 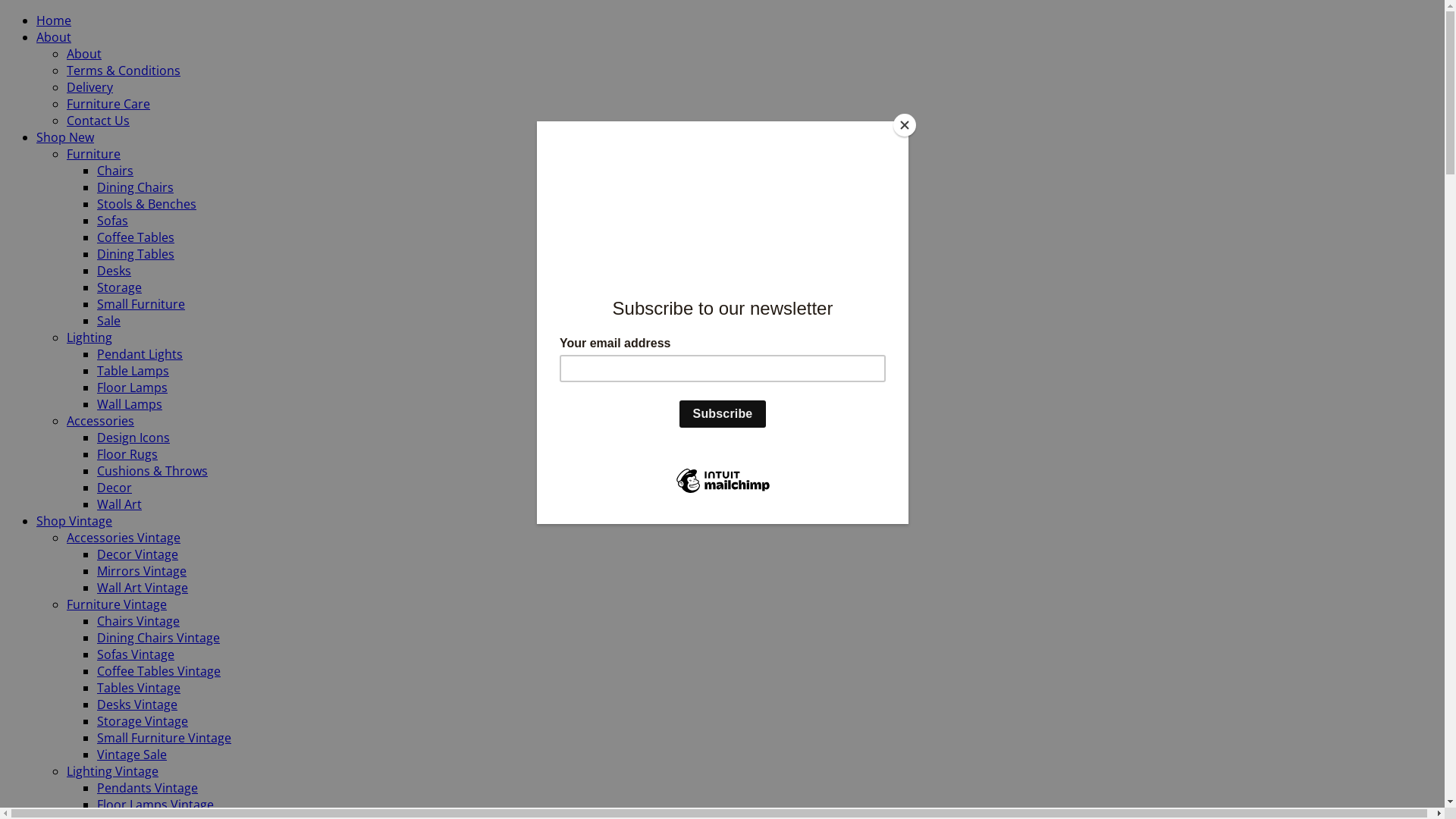 What do you see at coordinates (96, 687) in the screenshot?
I see `'Tables Vintage'` at bounding box center [96, 687].